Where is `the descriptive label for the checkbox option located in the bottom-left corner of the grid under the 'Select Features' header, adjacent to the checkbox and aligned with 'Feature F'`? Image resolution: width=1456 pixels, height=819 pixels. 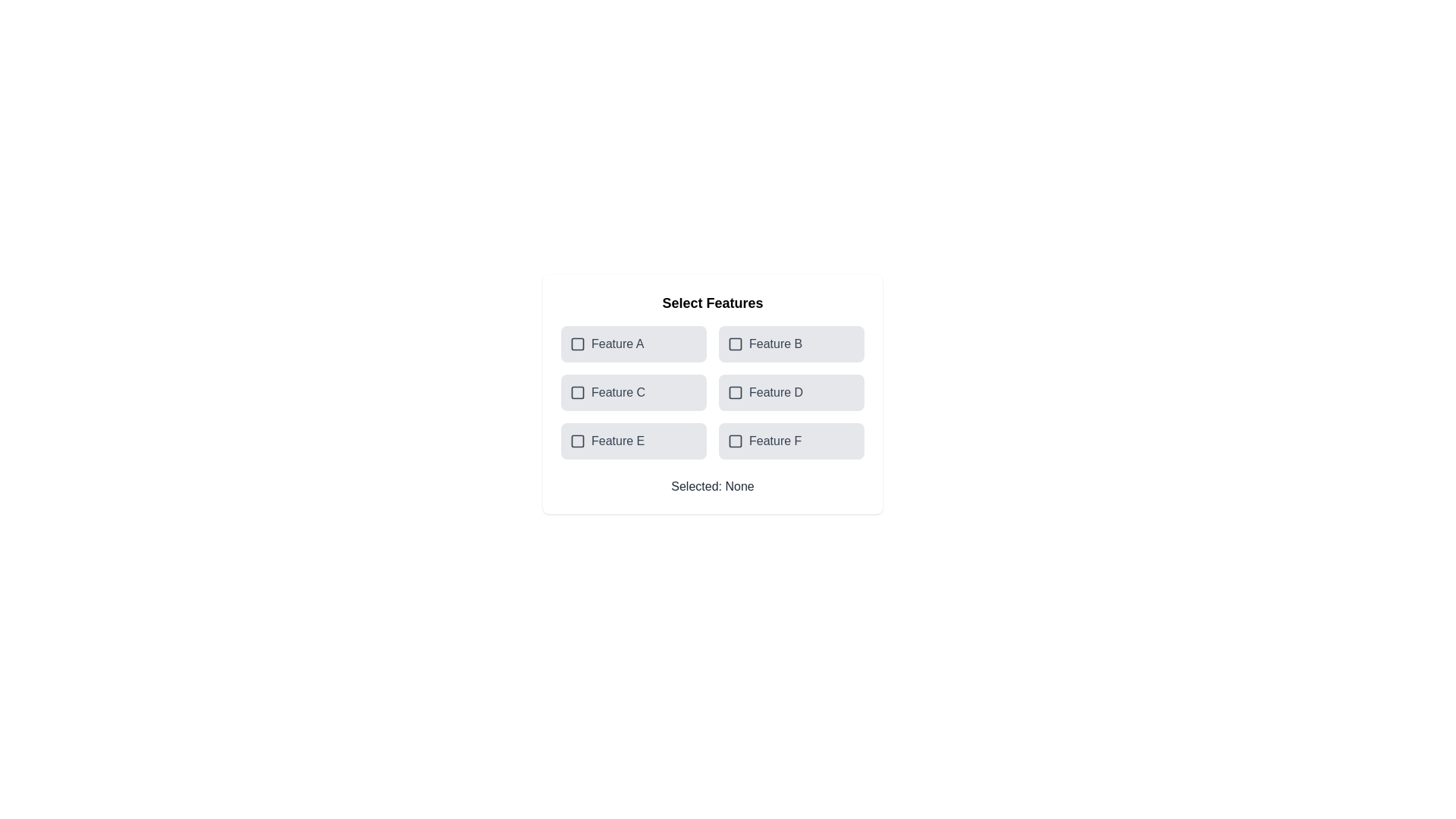
the descriptive label for the checkbox option located in the bottom-left corner of the grid under the 'Select Features' header, adjacent to the checkbox and aligned with 'Feature F' is located at coordinates (618, 441).